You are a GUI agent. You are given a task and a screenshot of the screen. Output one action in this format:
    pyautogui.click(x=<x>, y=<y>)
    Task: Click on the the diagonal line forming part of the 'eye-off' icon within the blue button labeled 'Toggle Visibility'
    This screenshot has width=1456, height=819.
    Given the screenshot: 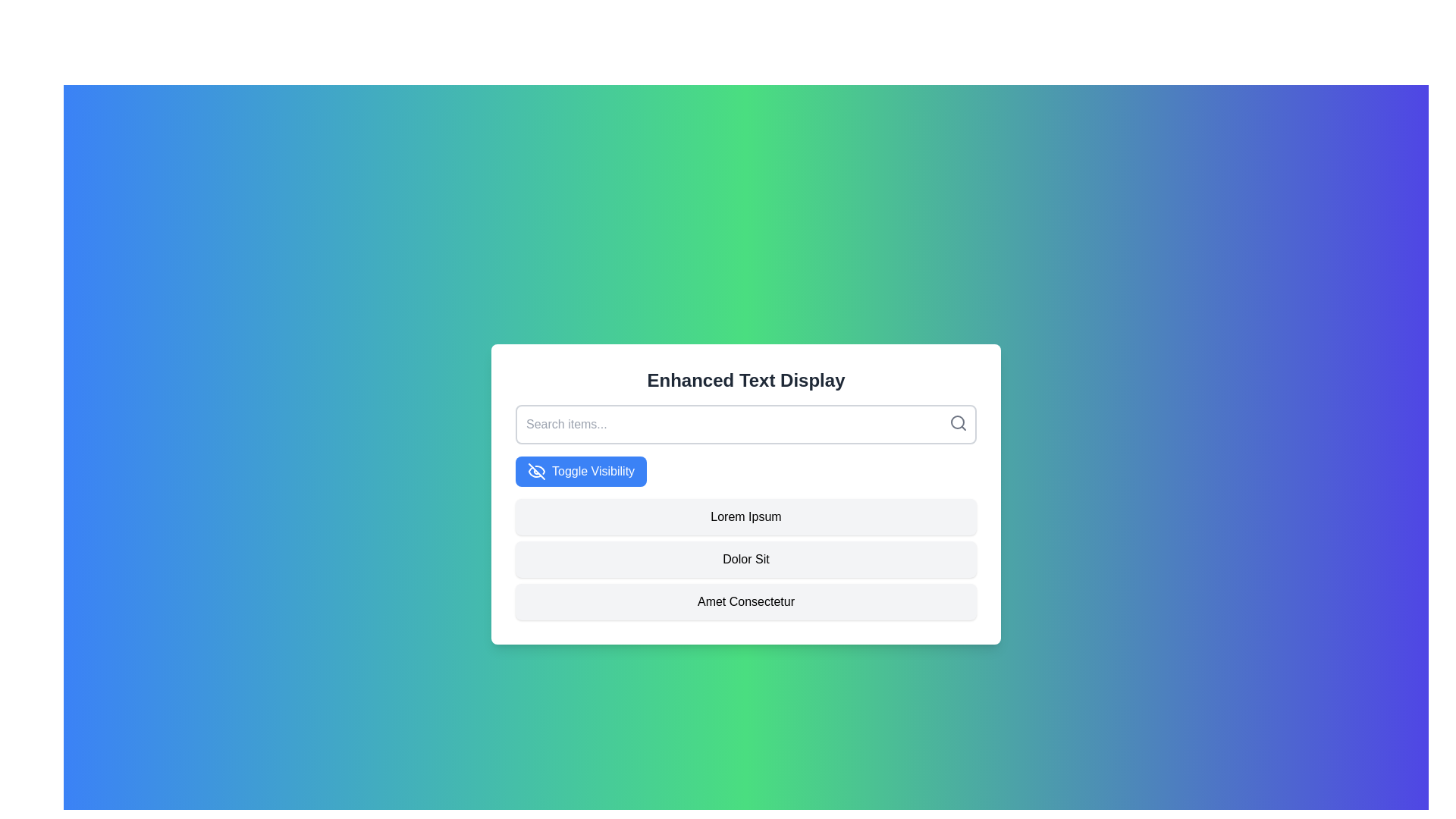 What is the action you would take?
    pyautogui.click(x=537, y=470)
    